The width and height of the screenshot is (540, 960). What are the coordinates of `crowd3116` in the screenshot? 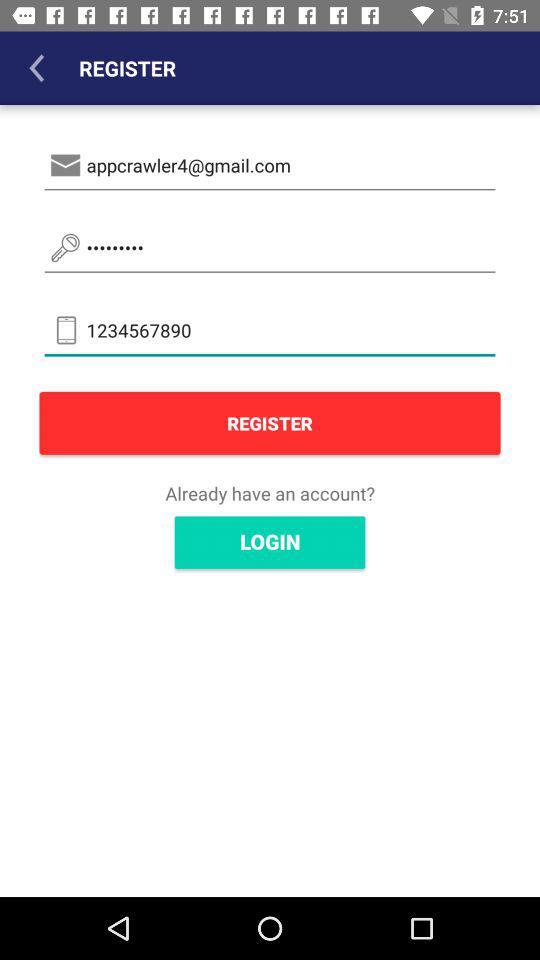 It's located at (270, 247).